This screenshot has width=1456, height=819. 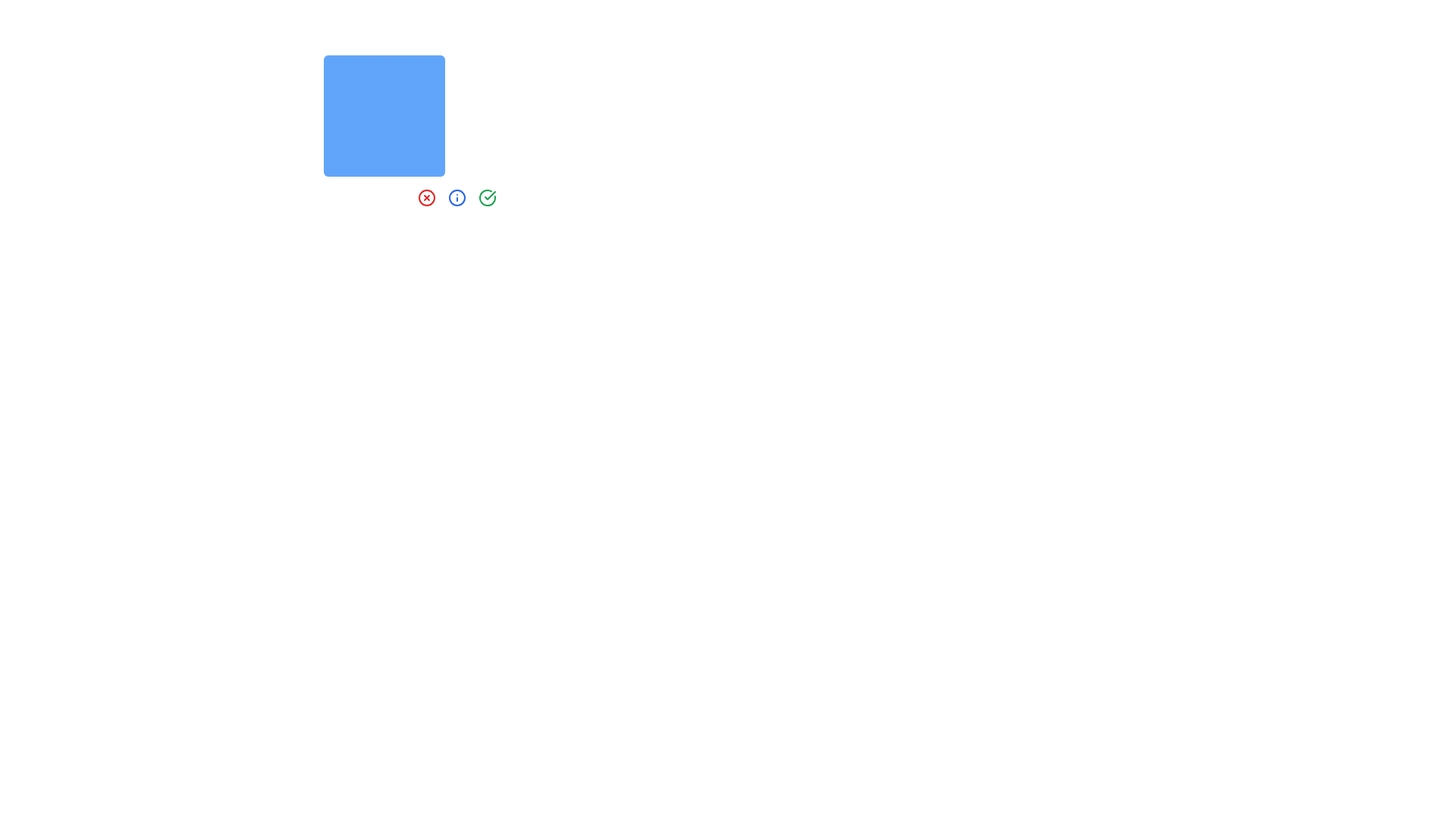 What do you see at coordinates (457, 197) in the screenshot?
I see `the blue circular information icon, which is the second icon in a horizontal arrangement of three symbols, located between a red circular icon with a cross and a green circular icon with a checkmark` at bounding box center [457, 197].